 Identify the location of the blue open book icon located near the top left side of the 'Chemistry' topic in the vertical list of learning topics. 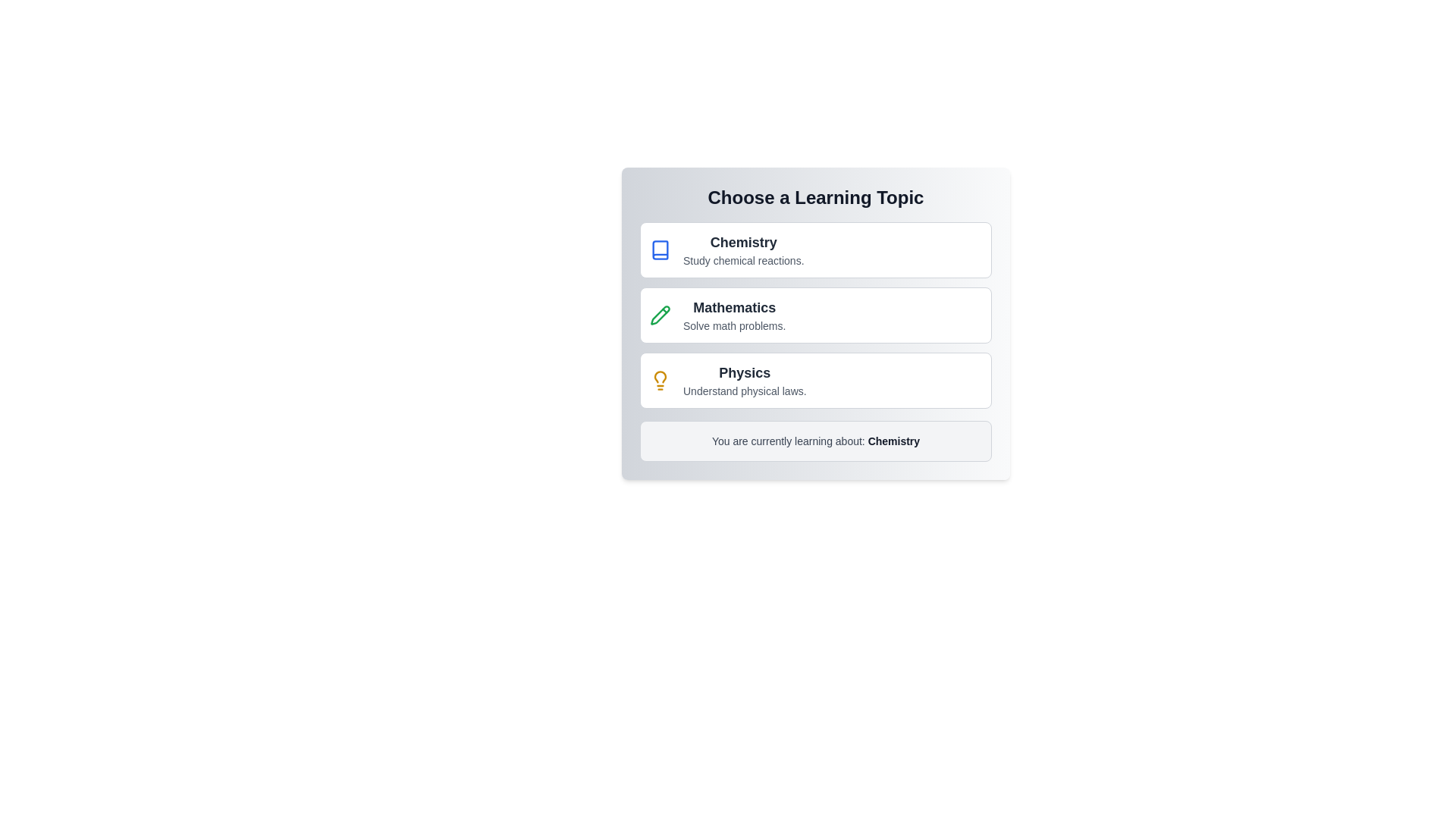
(660, 249).